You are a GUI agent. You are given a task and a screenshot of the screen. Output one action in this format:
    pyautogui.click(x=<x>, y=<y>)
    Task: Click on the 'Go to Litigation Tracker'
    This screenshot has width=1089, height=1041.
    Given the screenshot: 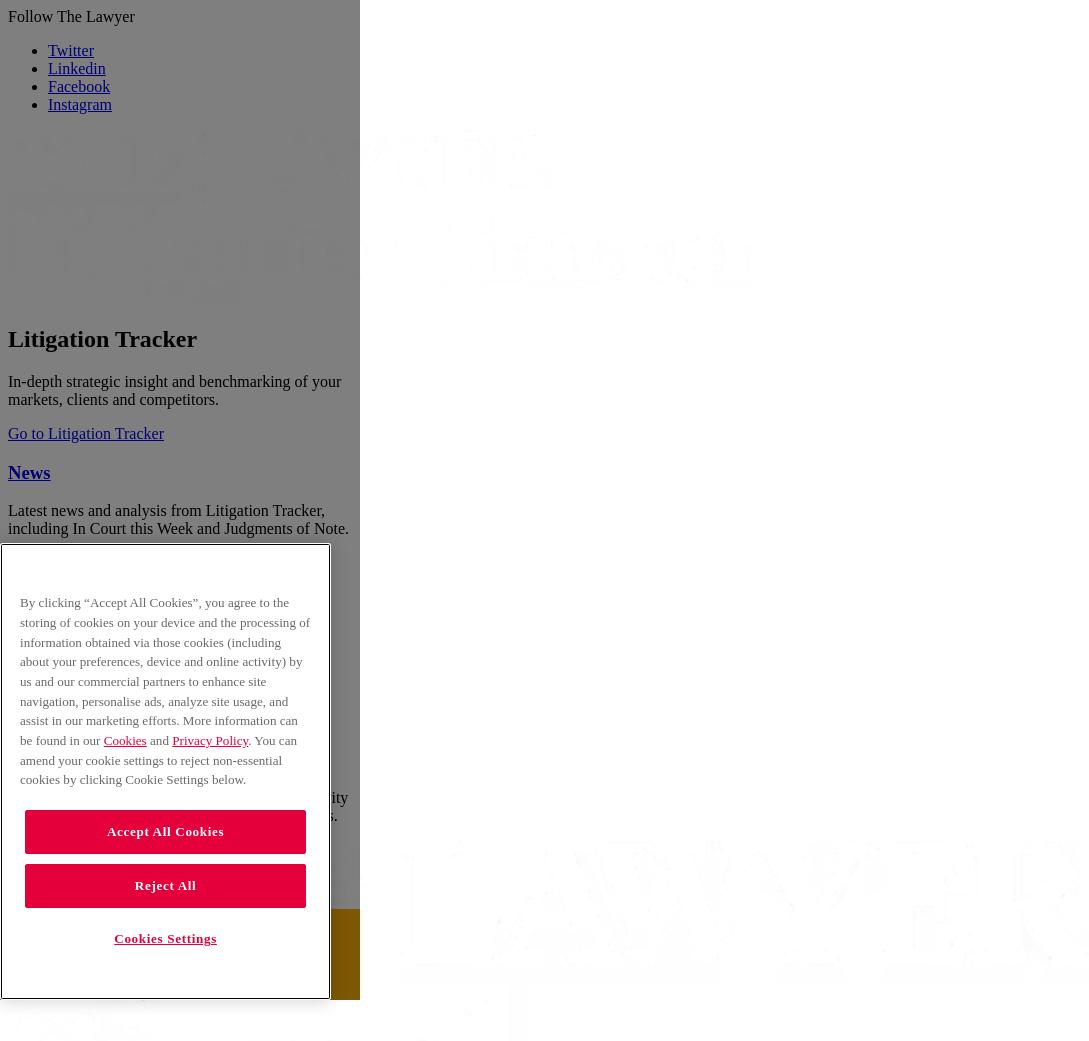 What is the action you would take?
    pyautogui.click(x=85, y=431)
    